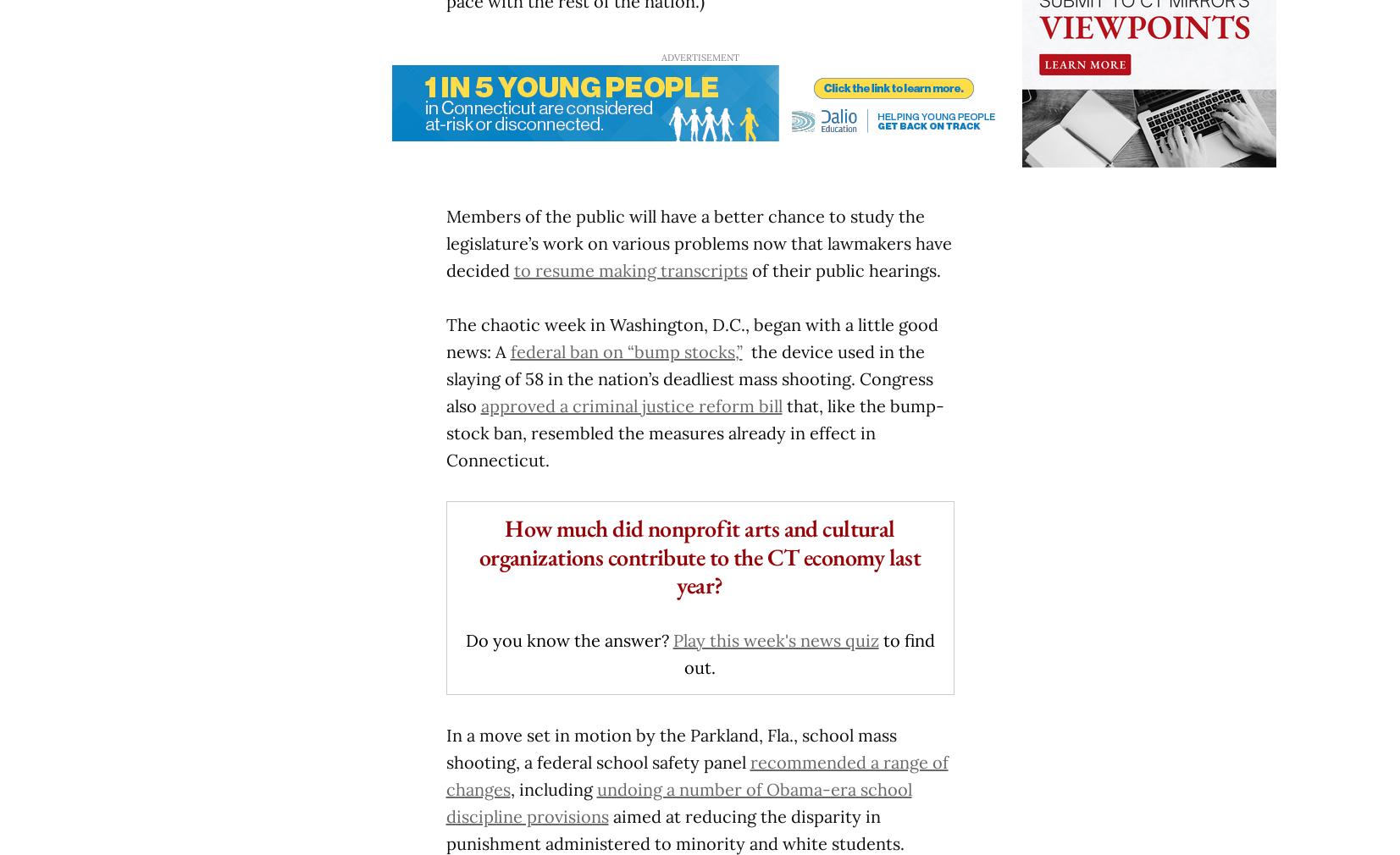  I want to click on 'to resume making transcripts', so click(512, 270).